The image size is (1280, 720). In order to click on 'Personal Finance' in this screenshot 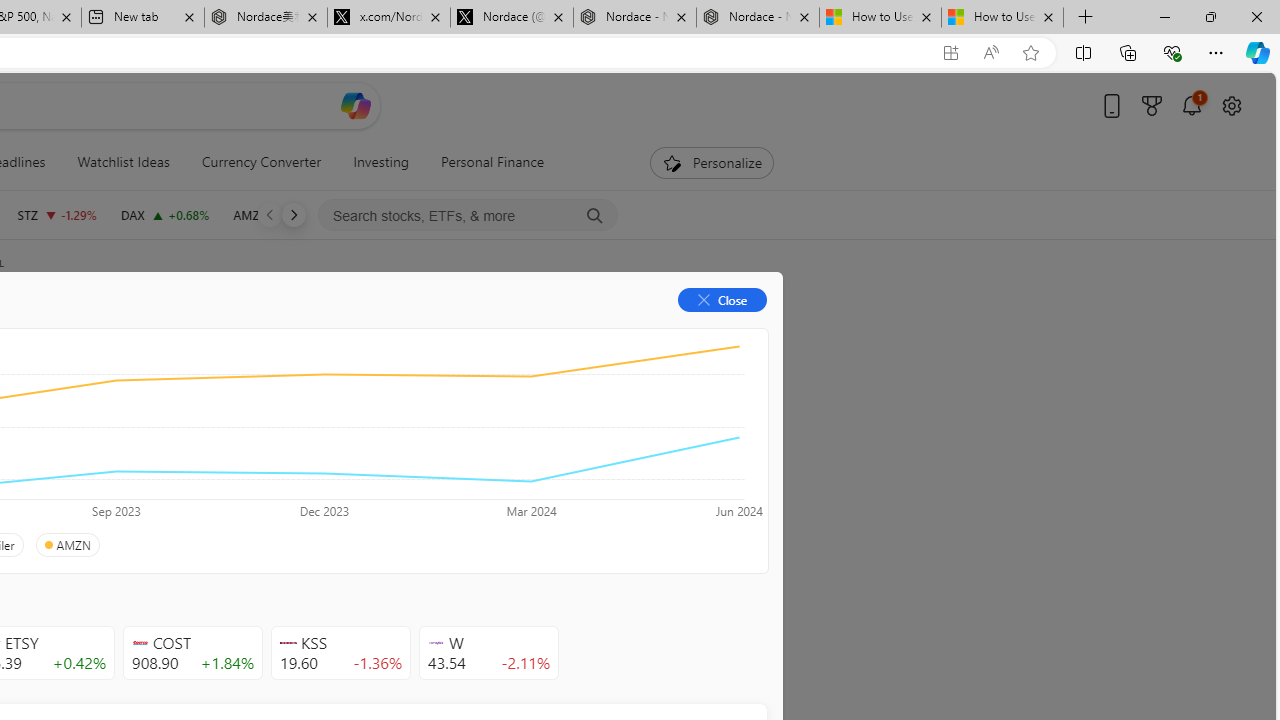, I will do `click(485, 162)`.